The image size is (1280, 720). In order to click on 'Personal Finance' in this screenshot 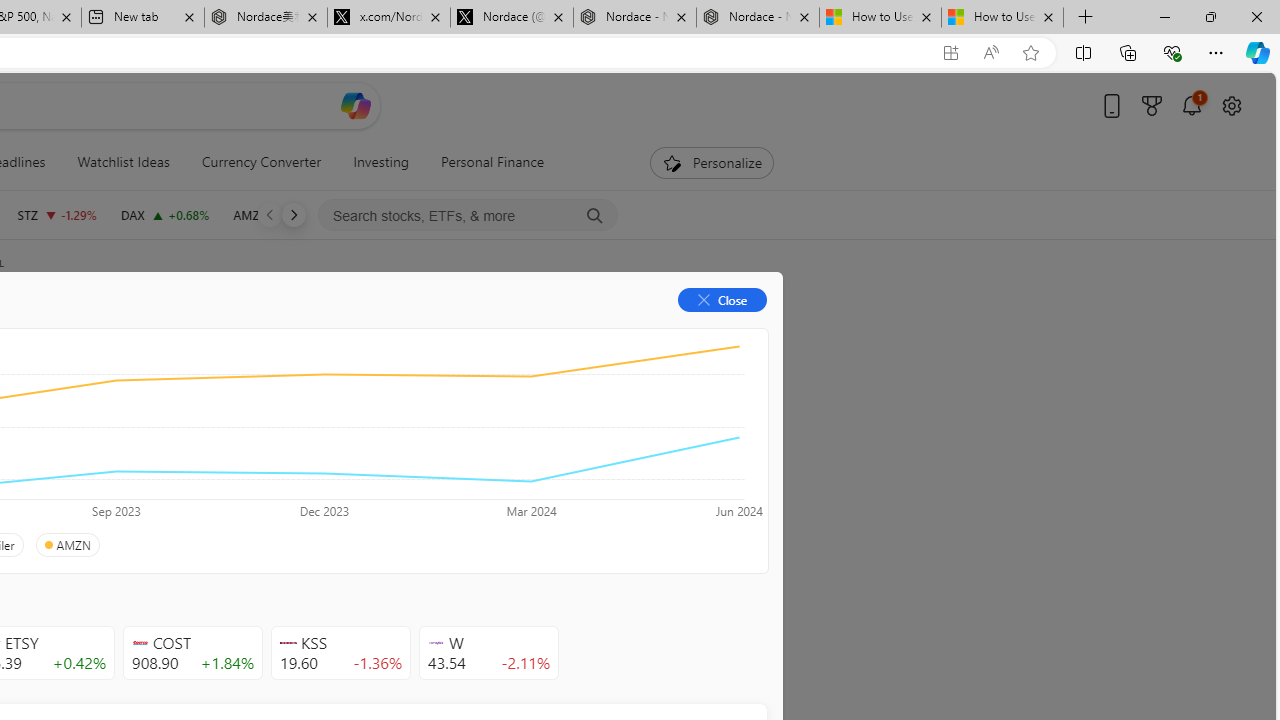, I will do `click(485, 162)`.